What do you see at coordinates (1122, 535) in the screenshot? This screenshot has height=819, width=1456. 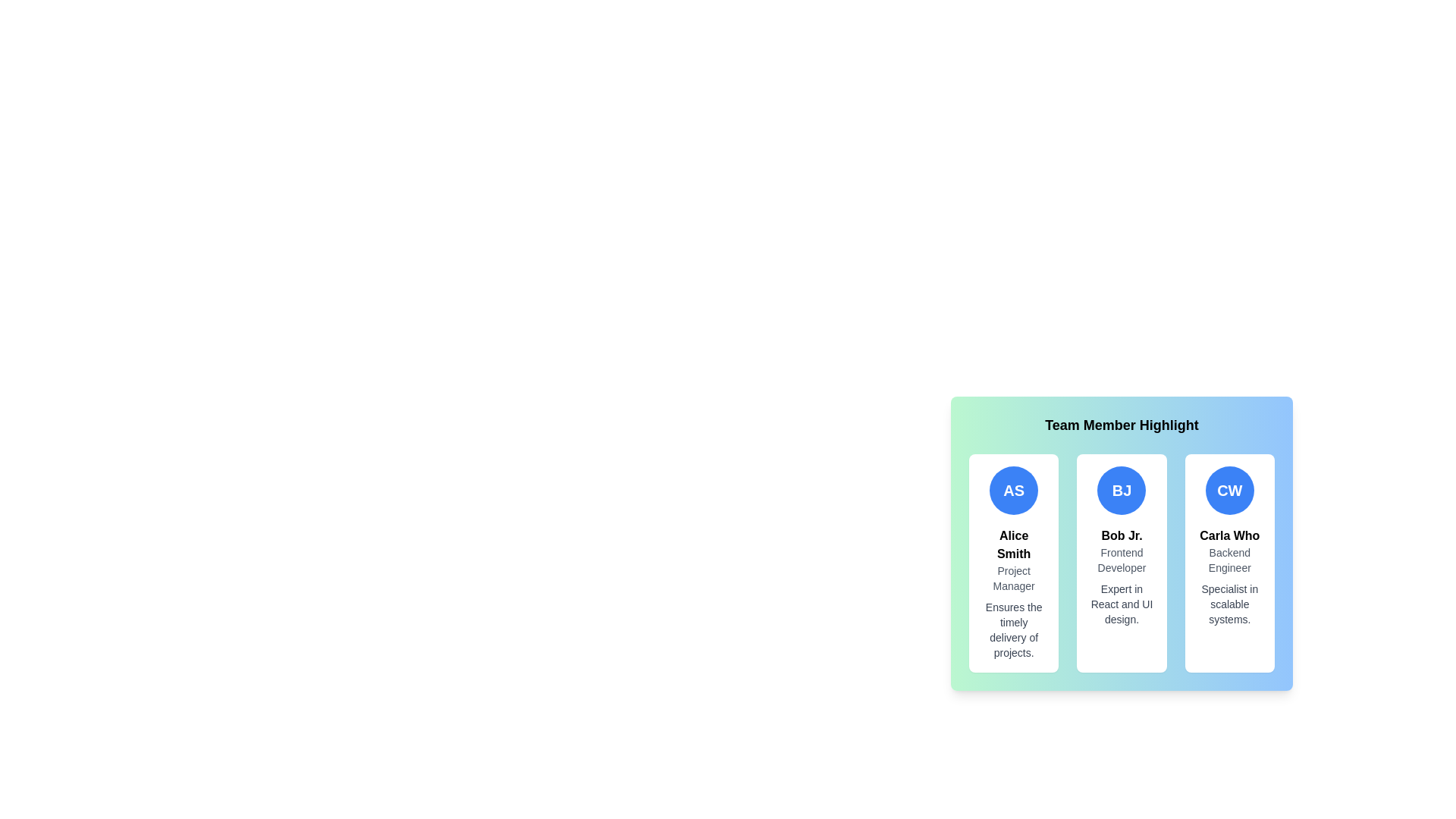 I see `the text label displaying 'Bob Jr.' that is centrally aligned and positioned below the 'BJ' icon, emphasizing its importance within the layout` at bounding box center [1122, 535].